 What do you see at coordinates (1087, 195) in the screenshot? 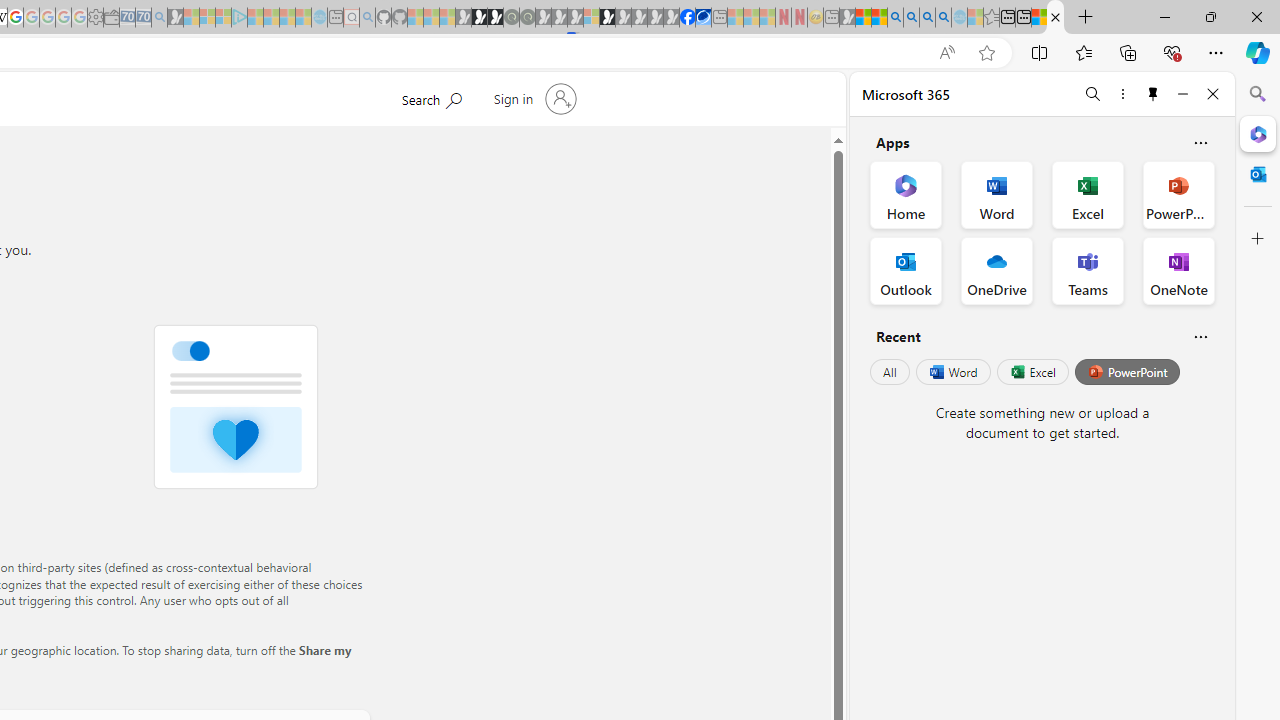
I see `'Excel Office App'` at bounding box center [1087, 195].